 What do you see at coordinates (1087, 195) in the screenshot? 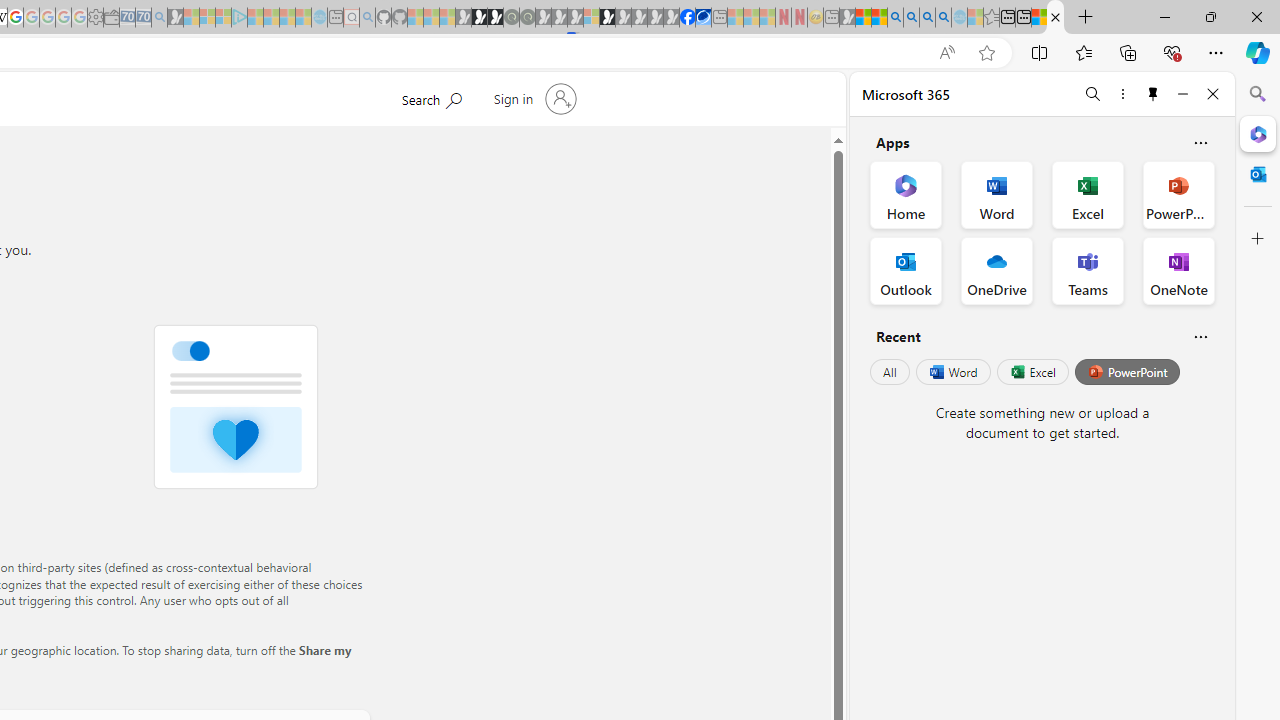
I see `'Excel Office App'` at bounding box center [1087, 195].